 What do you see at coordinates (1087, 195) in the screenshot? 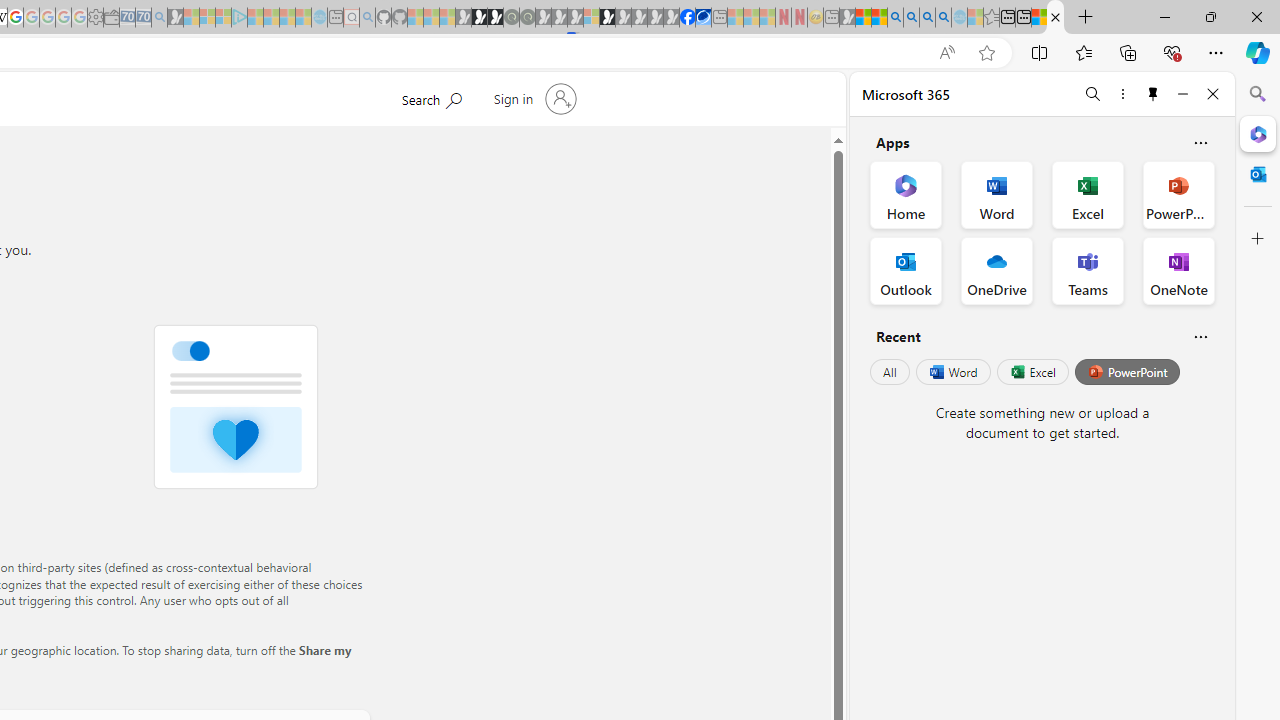
I see `'Excel Office App'` at bounding box center [1087, 195].